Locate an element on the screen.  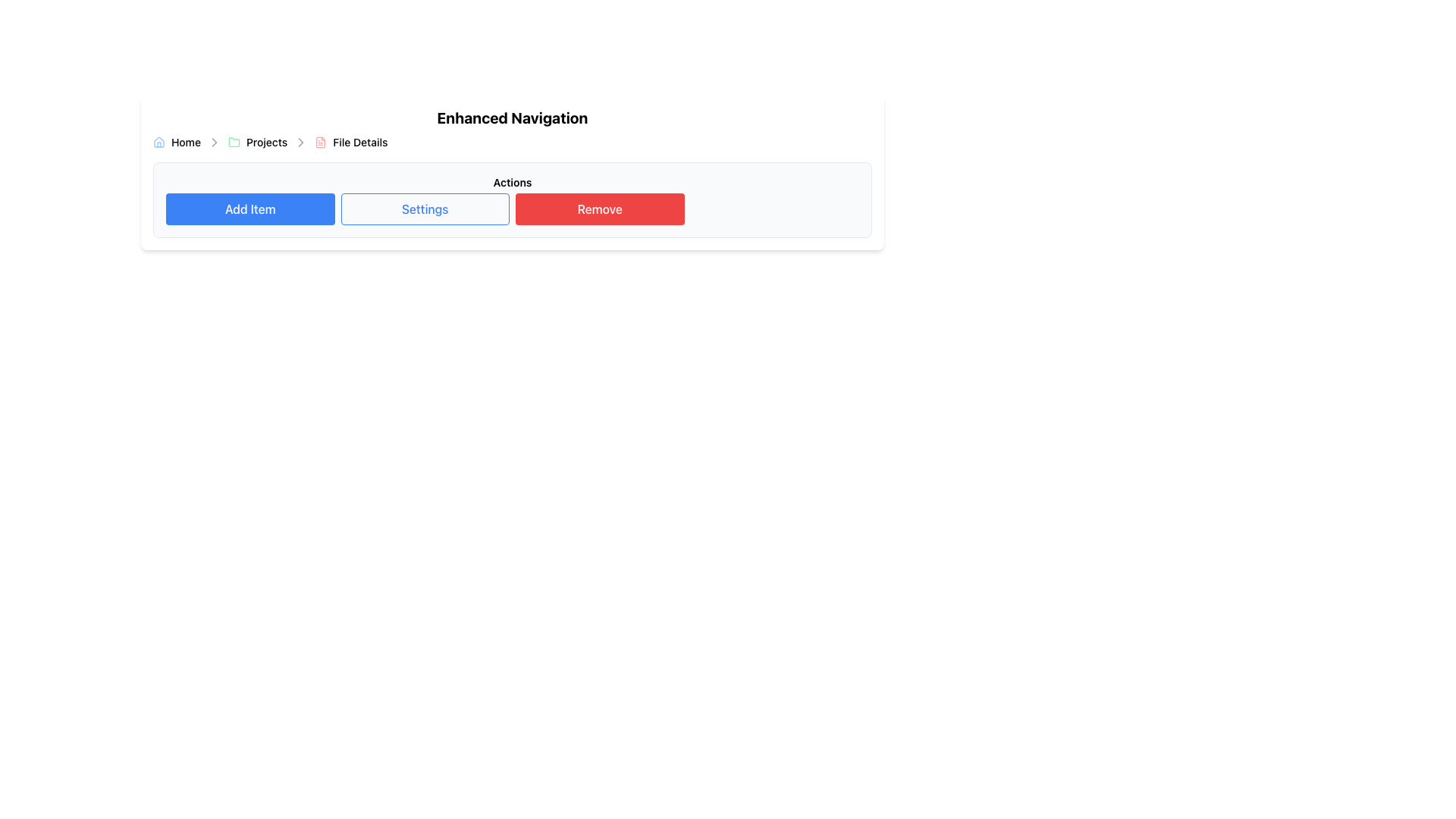
the chevron icon in the breadcrumb navigation bar that separates 'Projects' and 'File Details' is located at coordinates (214, 143).